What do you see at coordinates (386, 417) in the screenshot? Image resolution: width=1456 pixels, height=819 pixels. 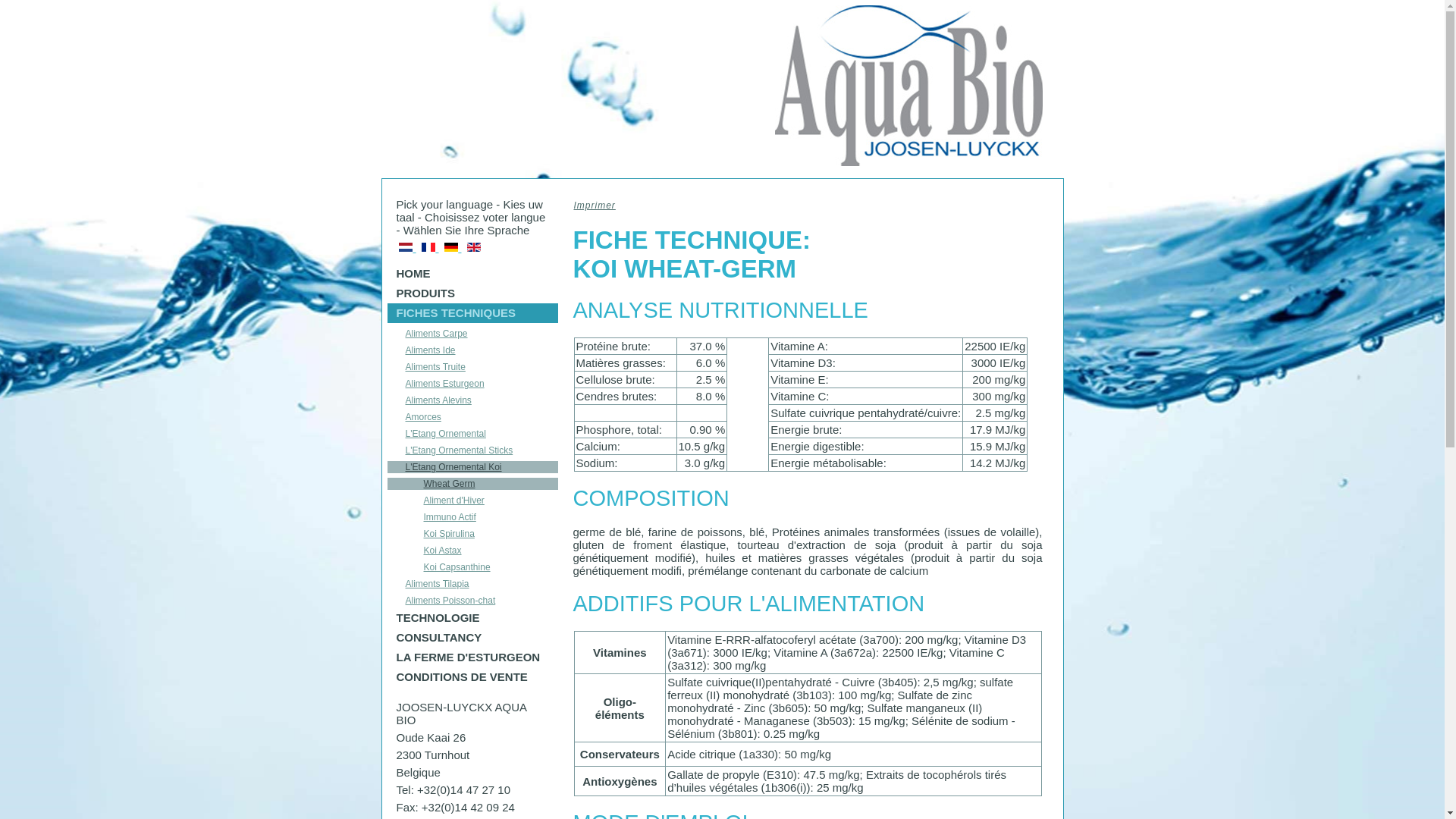 I see `'Amorces'` at bounding box center [386, 417].